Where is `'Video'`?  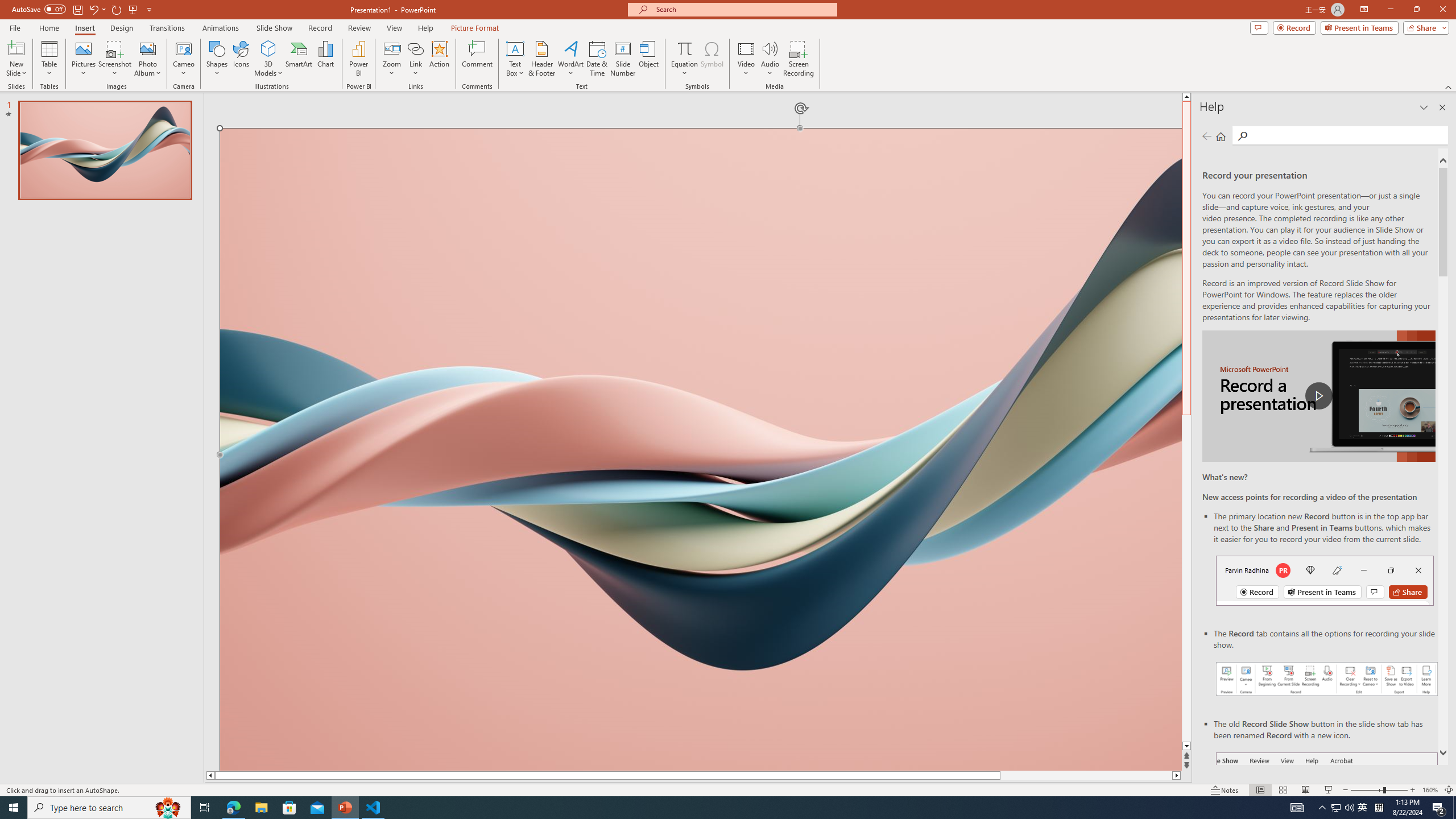 'Video' is located at coordinates (746, 59).